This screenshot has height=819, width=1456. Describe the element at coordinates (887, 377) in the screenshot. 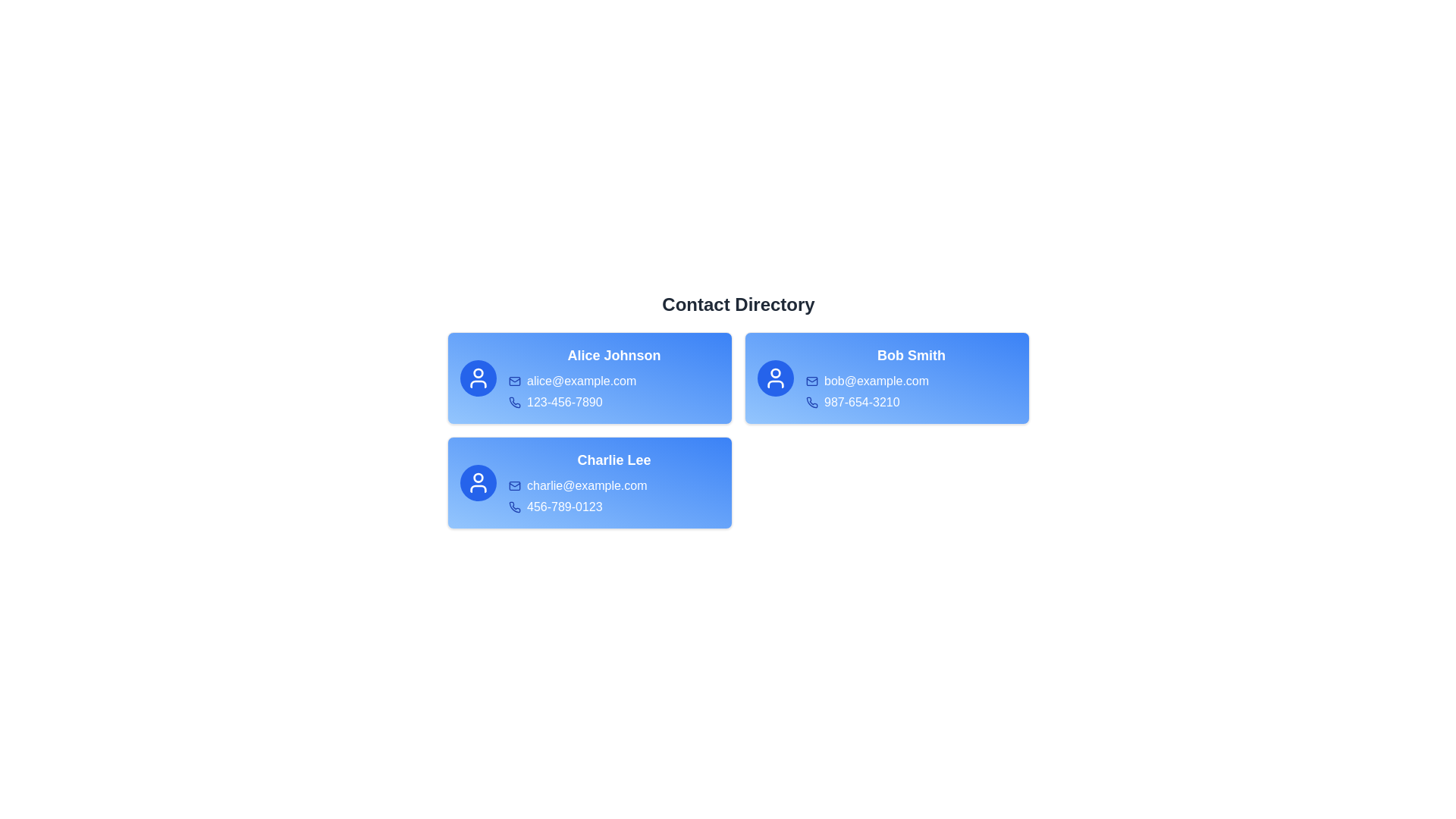

I see `the contact card for Bob Smith to view their details` at that location.